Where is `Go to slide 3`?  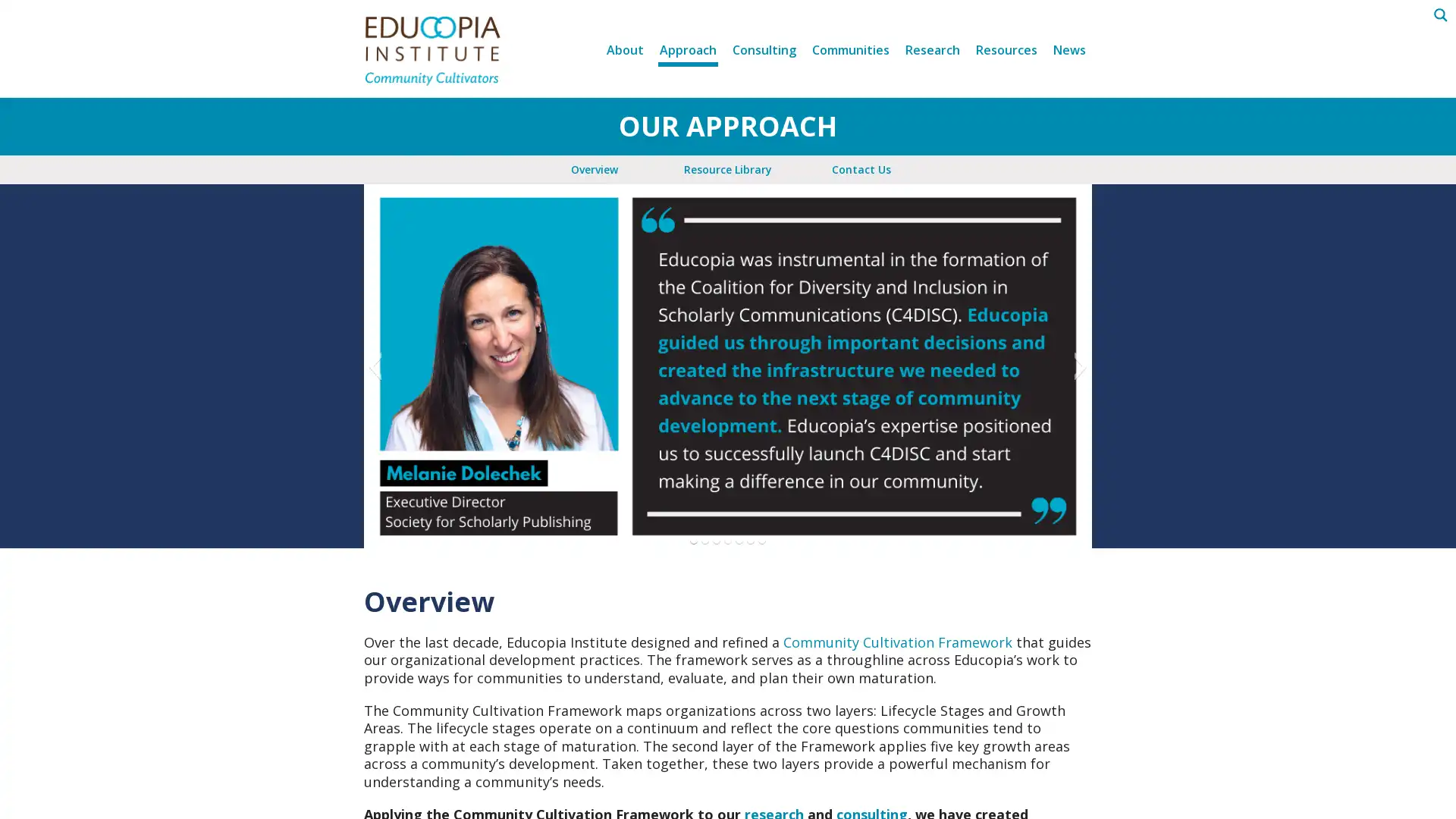
Go to slide 3 is located at coordinates (715, 539).